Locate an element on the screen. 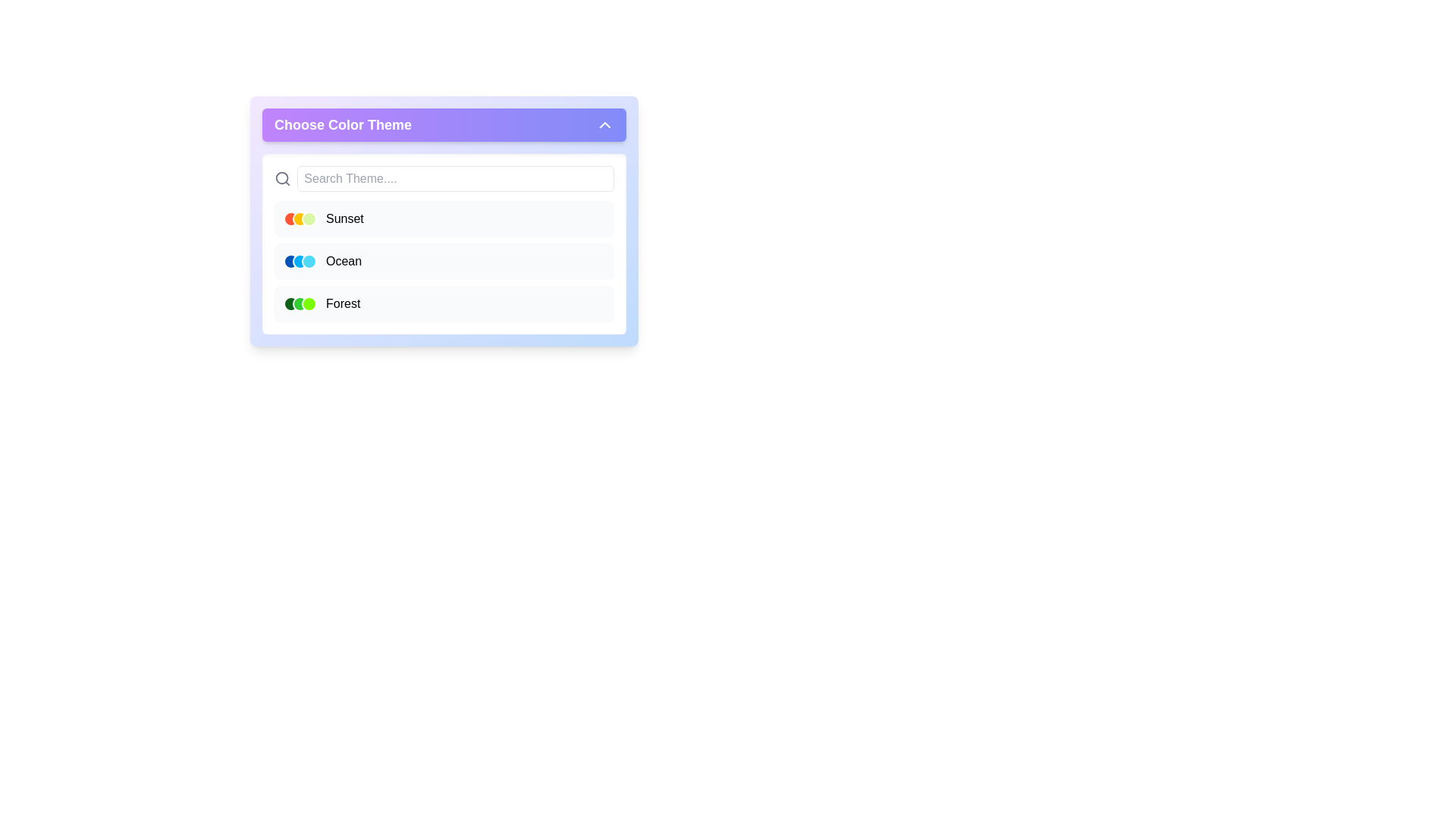 The image size is (1456, 819). the third item in the dropdown menu labeled 'Forest', which features three circular color indicators on the left and changes background color when hovered is located at coordinates (443, 304).